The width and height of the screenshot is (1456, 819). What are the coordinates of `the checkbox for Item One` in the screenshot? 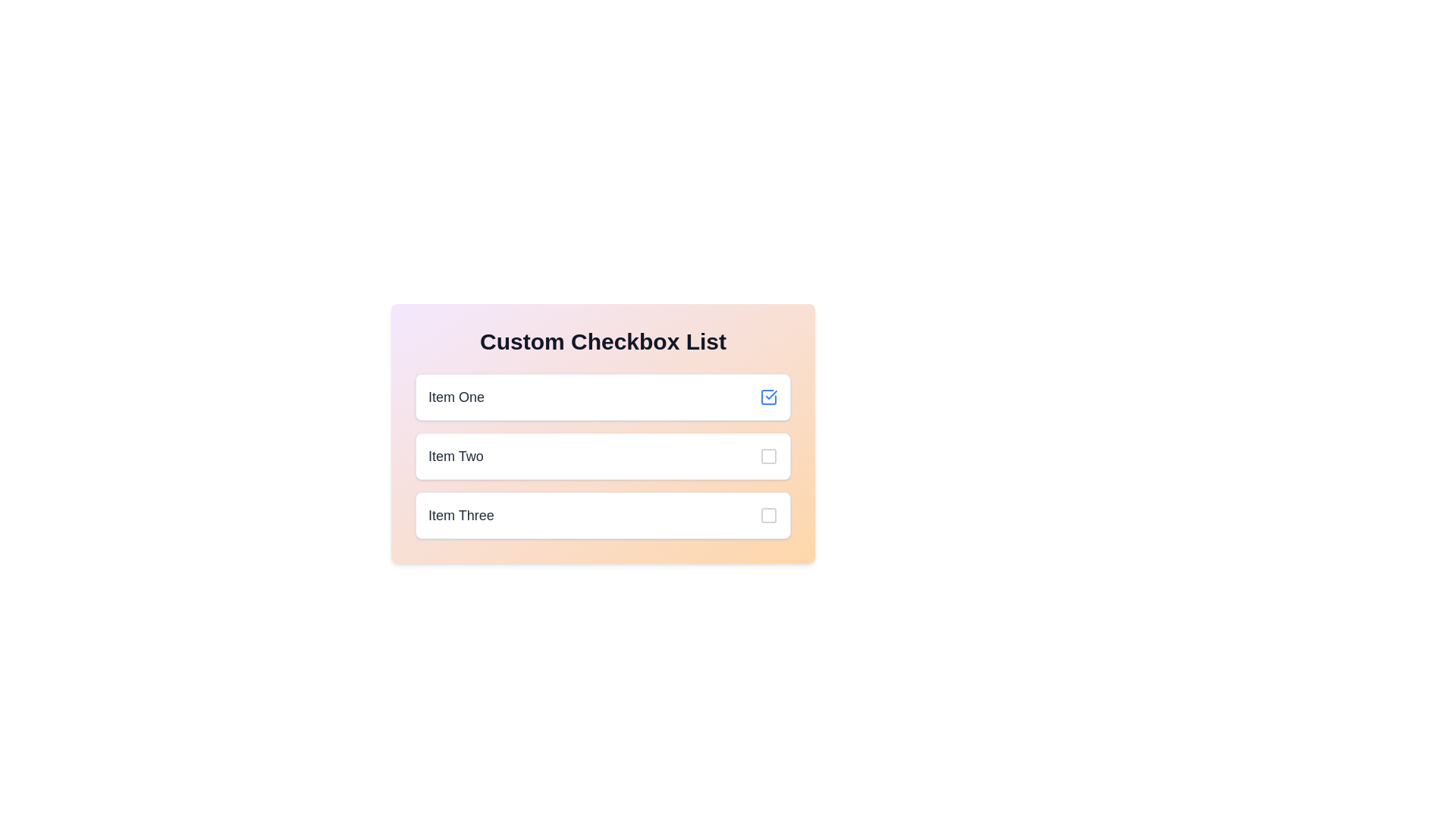 It's located at (602, 397).